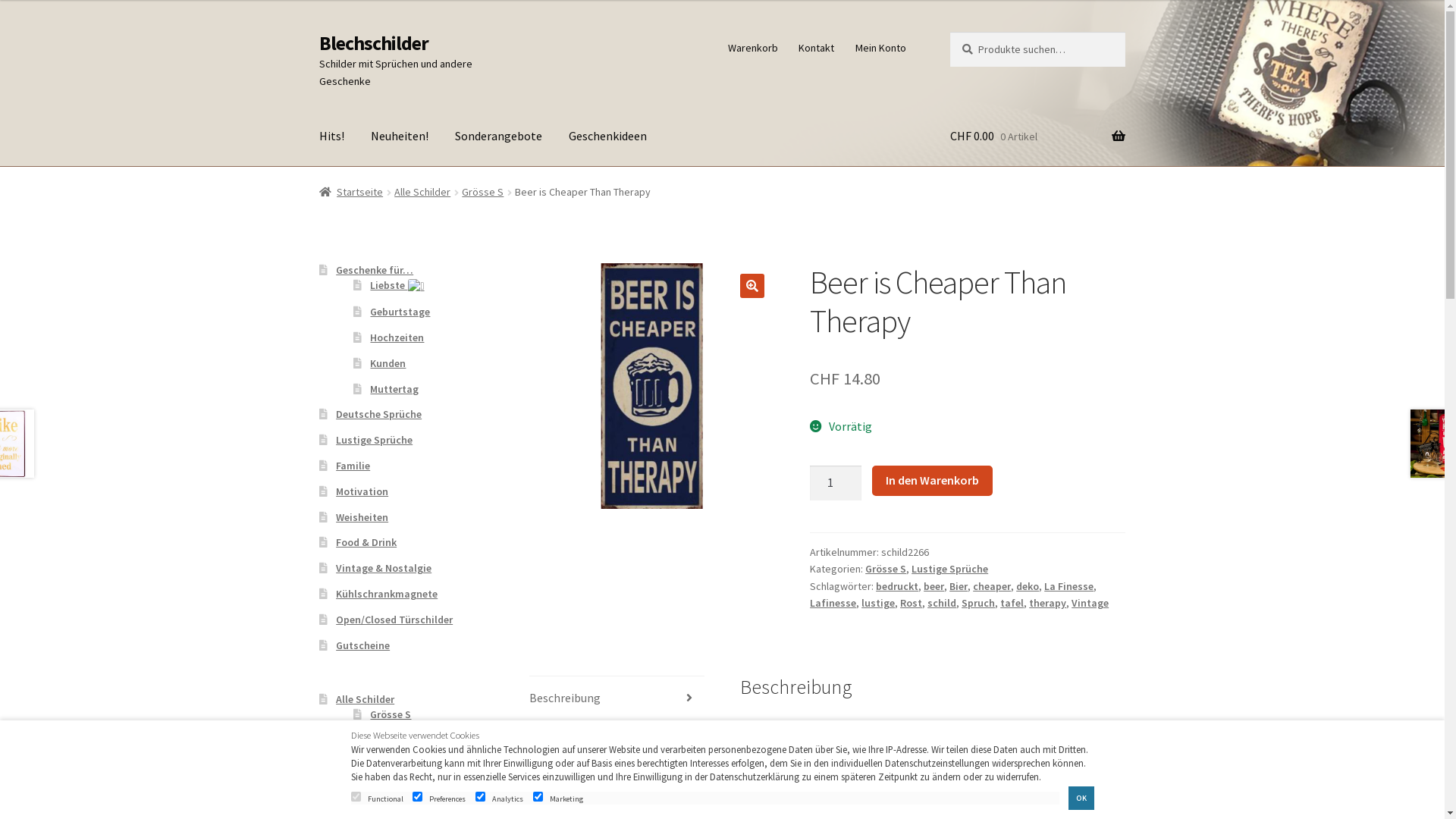  I want to click on 'Weisheiten', so click(361, 516).